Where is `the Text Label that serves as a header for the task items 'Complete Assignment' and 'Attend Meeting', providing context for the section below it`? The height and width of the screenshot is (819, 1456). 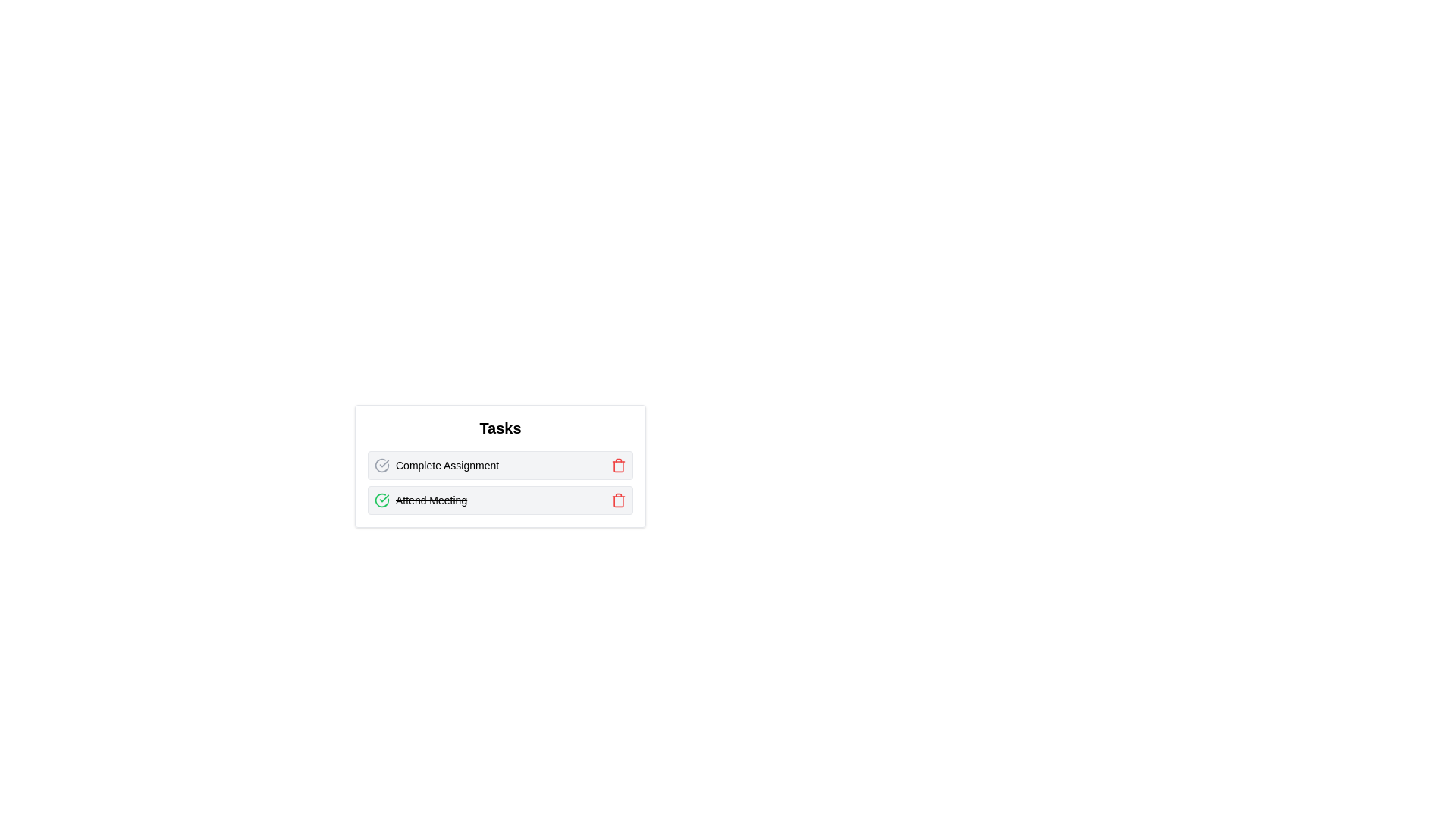 the Text Label that serves as a header for the task items 'Complete Assignment' and 'Attend Meeting', providing context for the section below it is located at coordinates (500, 428).